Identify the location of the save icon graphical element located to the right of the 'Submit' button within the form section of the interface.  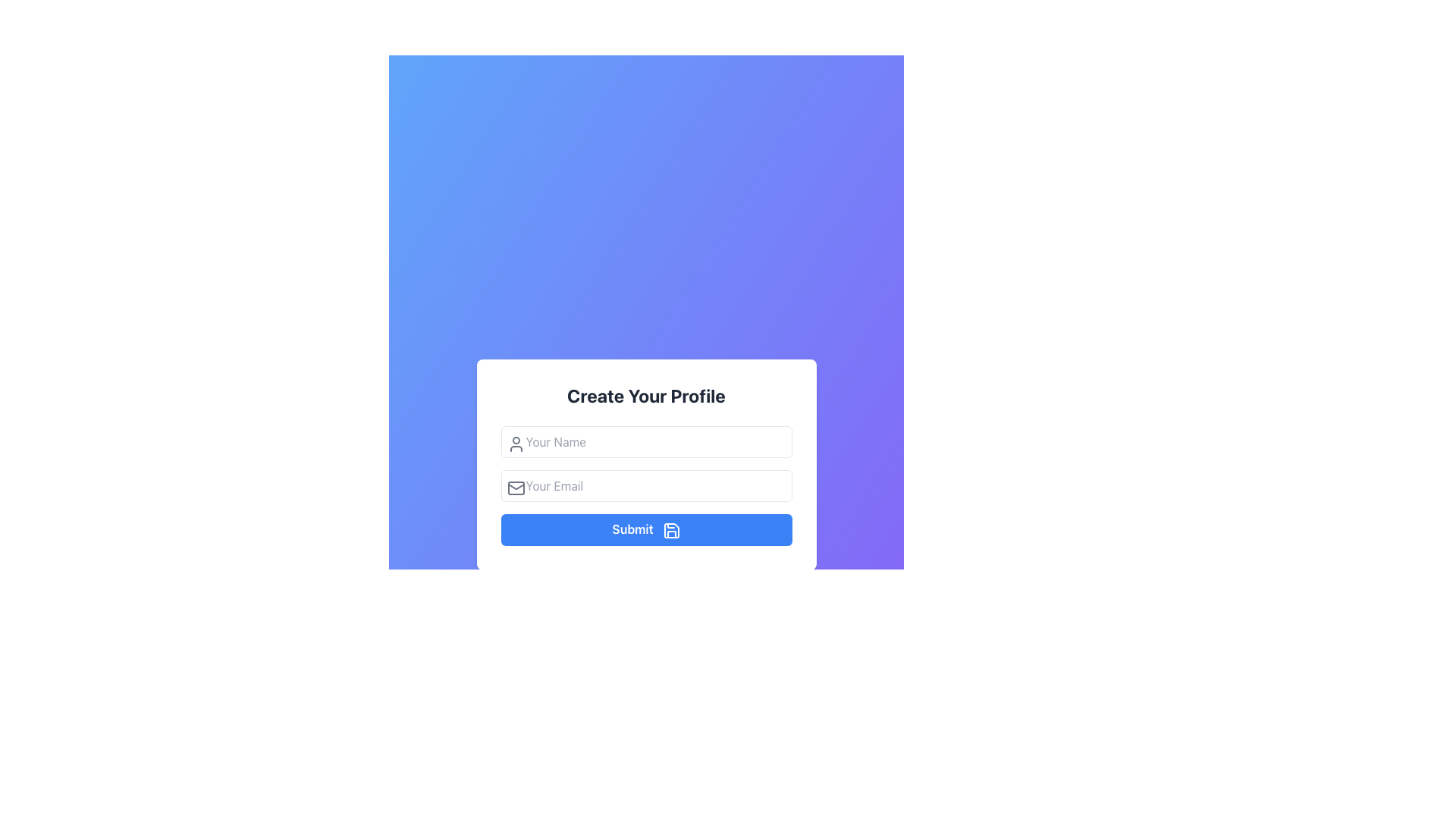
(670, 529).